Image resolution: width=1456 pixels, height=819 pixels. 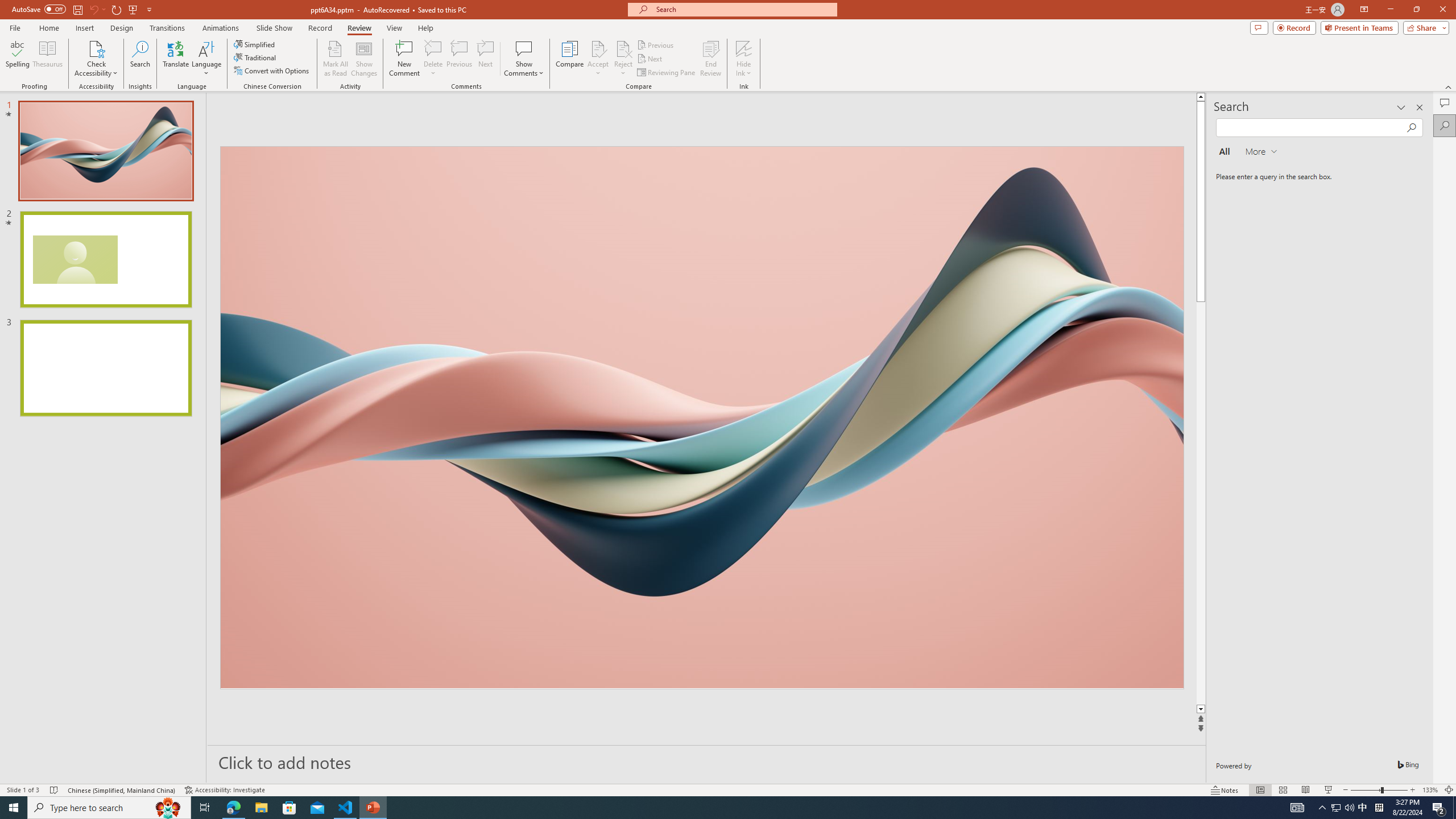 What do you see at coordinates (271, 69) in the screenshot?
I see `'Convert with Options...'` at bounding box center [271, 69].